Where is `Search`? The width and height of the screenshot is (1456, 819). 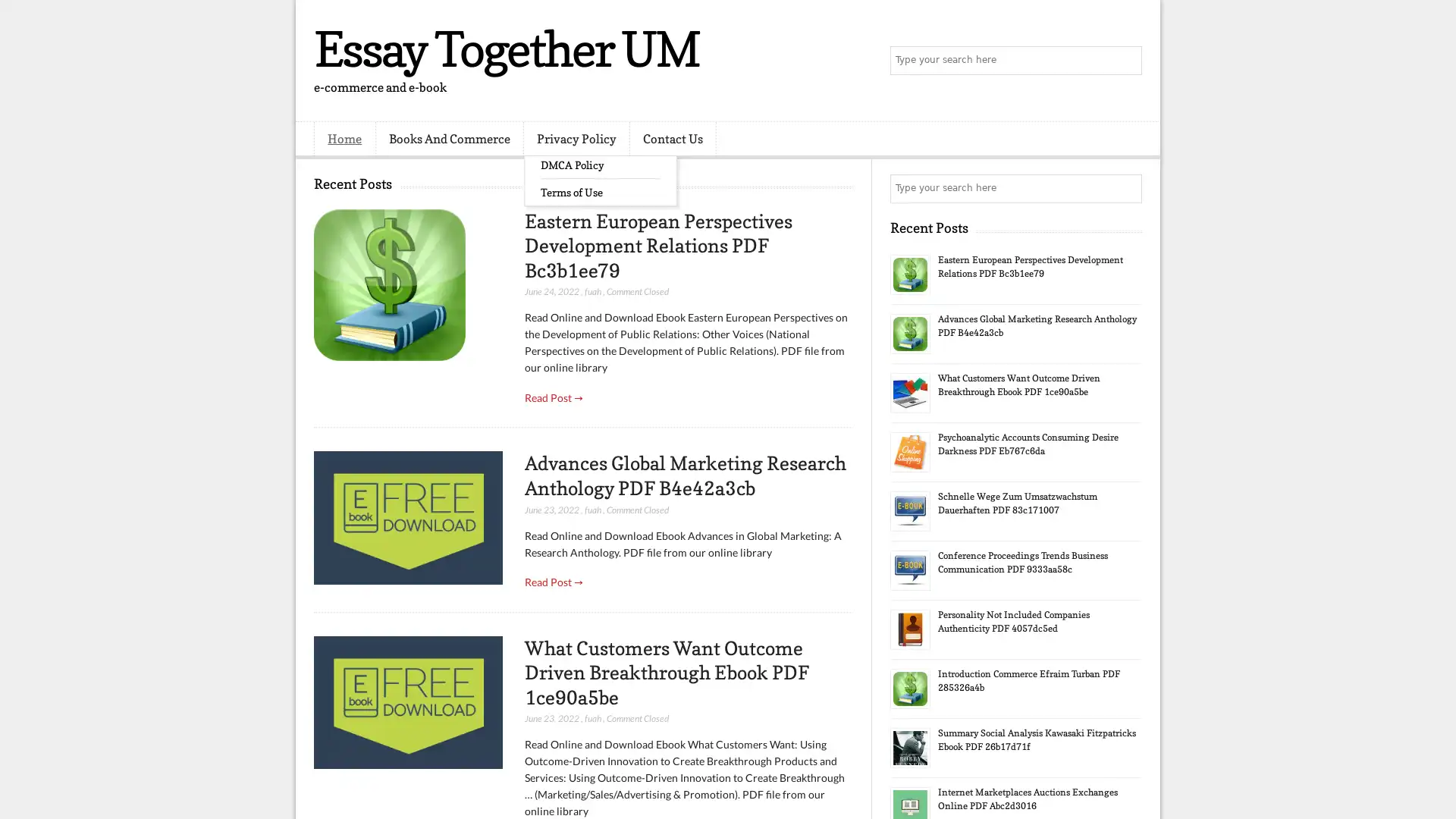 Search is located at coordinates (1126, 61).